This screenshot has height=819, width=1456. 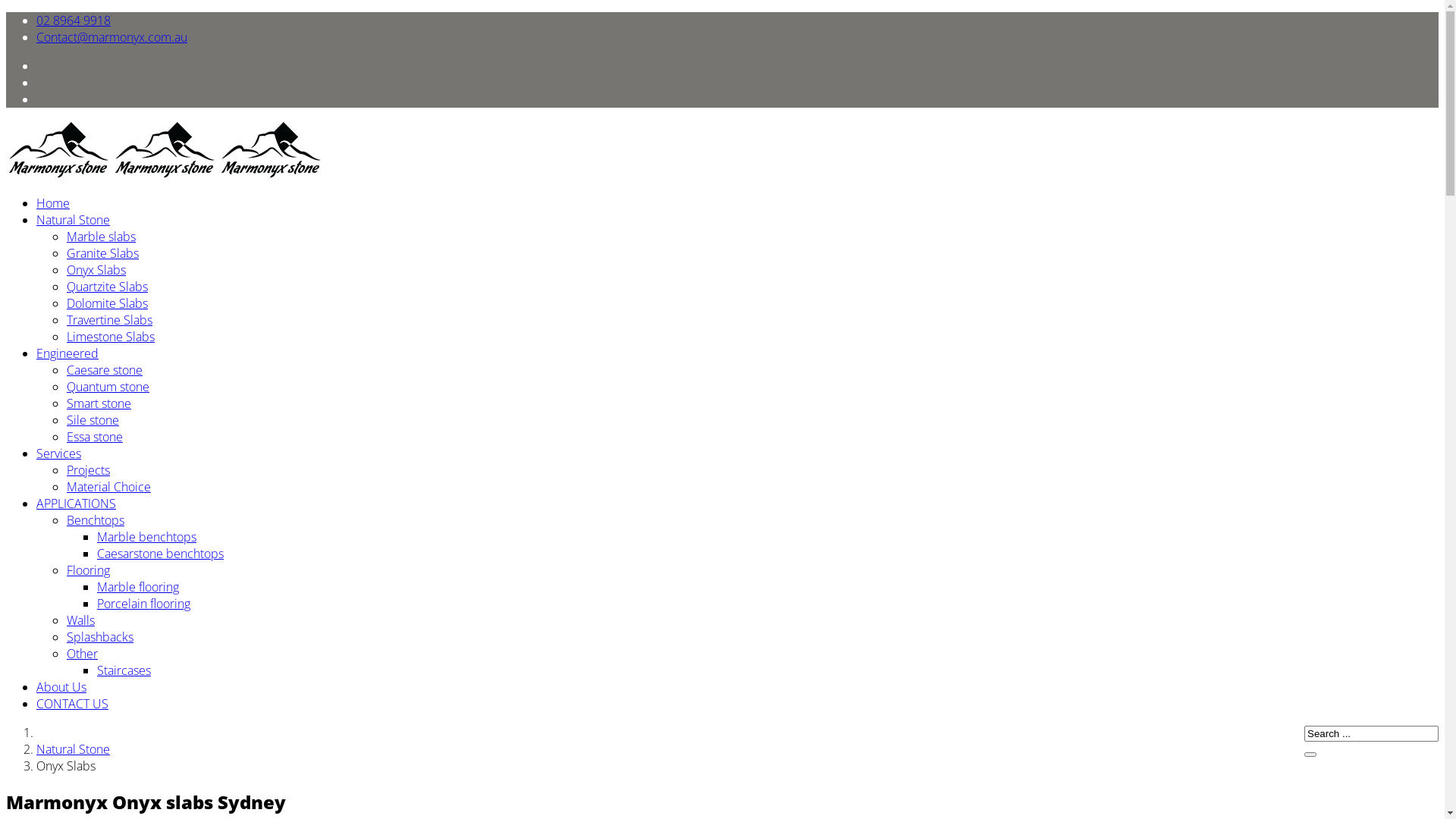 I want to click on 'Contact@marmonyx.com.au', so click(x=111, y=36).